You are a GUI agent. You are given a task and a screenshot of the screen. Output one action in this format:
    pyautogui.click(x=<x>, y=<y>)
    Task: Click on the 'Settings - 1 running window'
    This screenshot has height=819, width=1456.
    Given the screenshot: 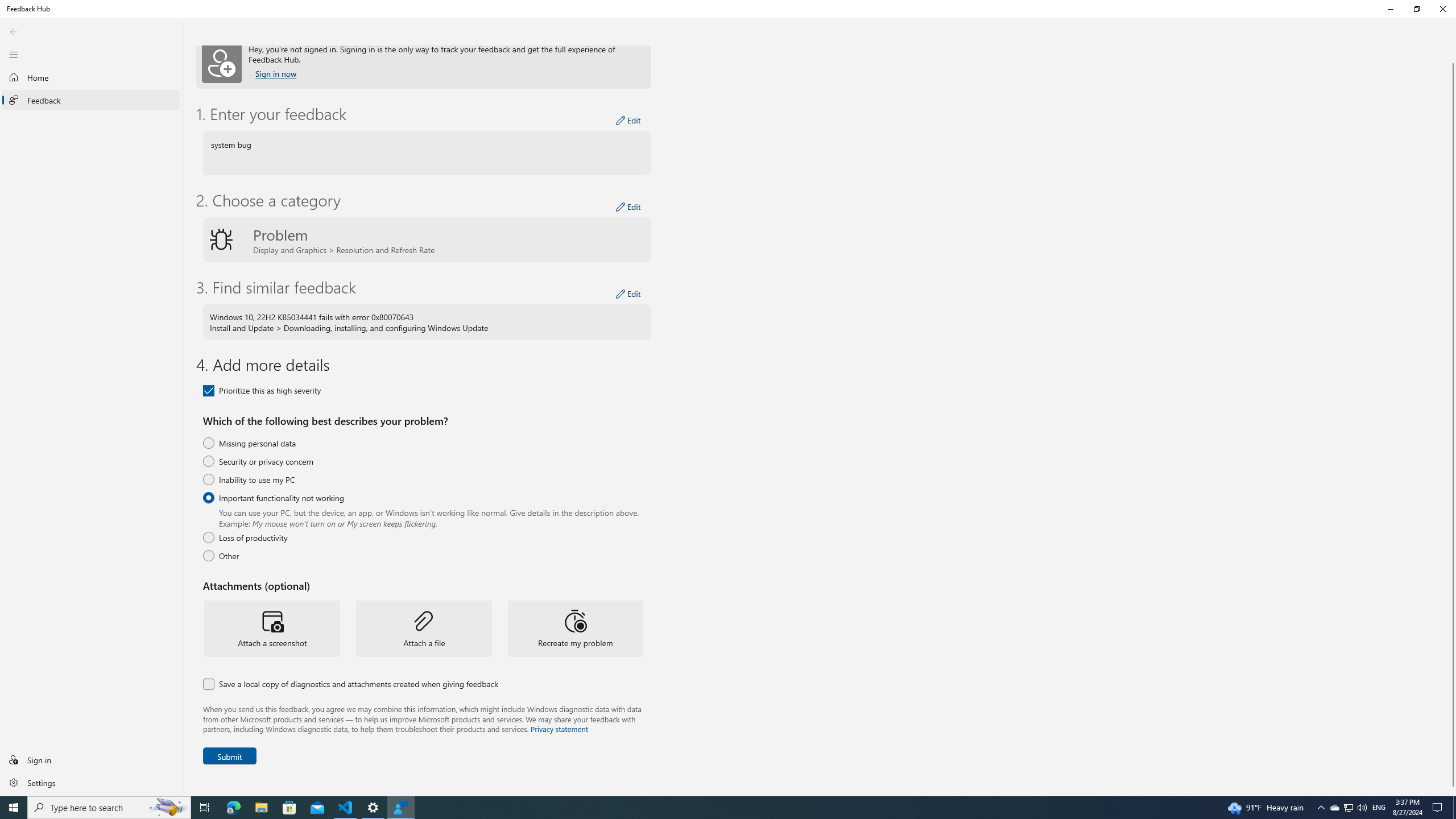 What is the action you would take?
    pyautogui.click(x=373, y=806)
    